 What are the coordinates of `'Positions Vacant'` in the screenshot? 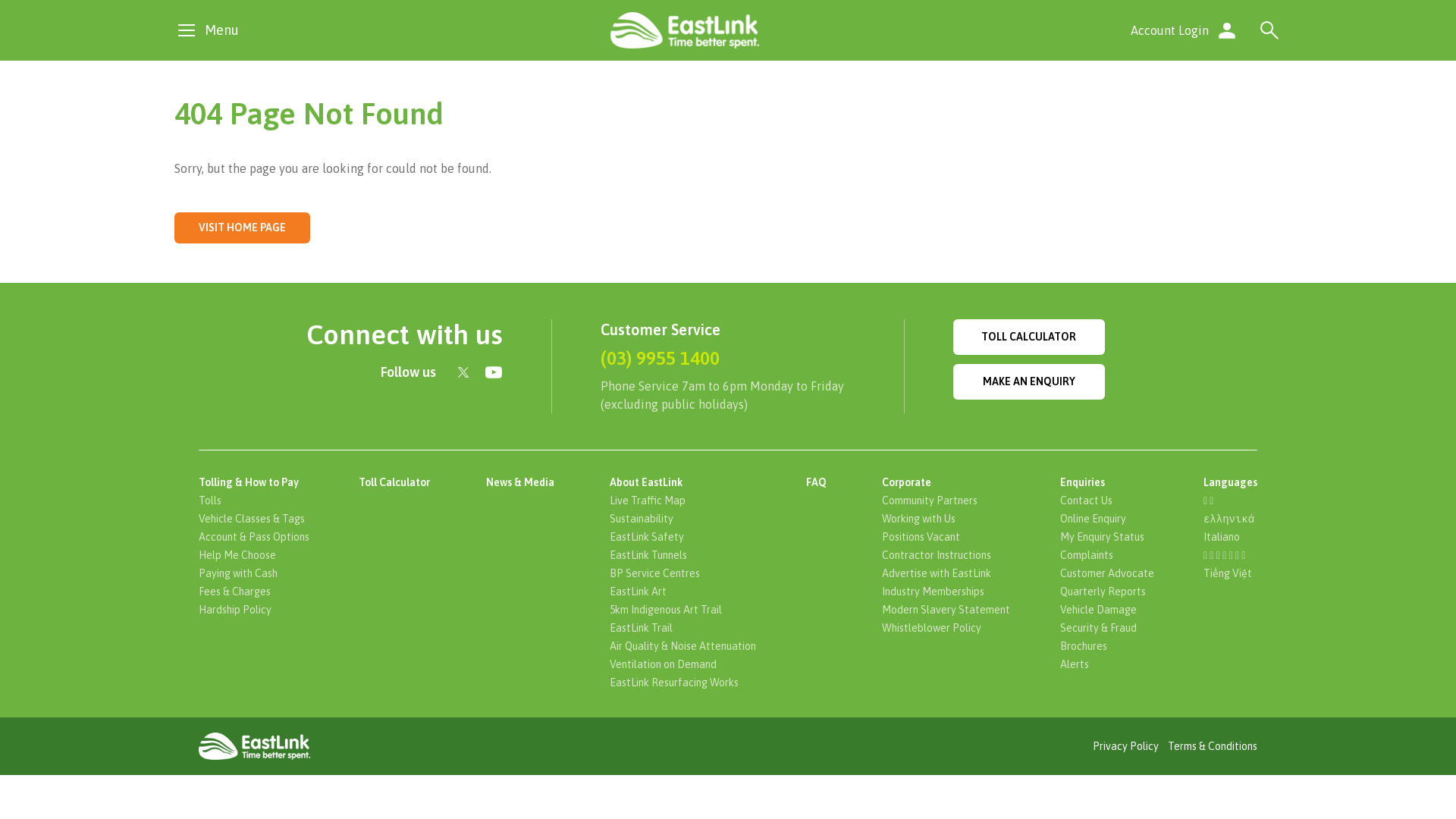 It's located at (881, 536).